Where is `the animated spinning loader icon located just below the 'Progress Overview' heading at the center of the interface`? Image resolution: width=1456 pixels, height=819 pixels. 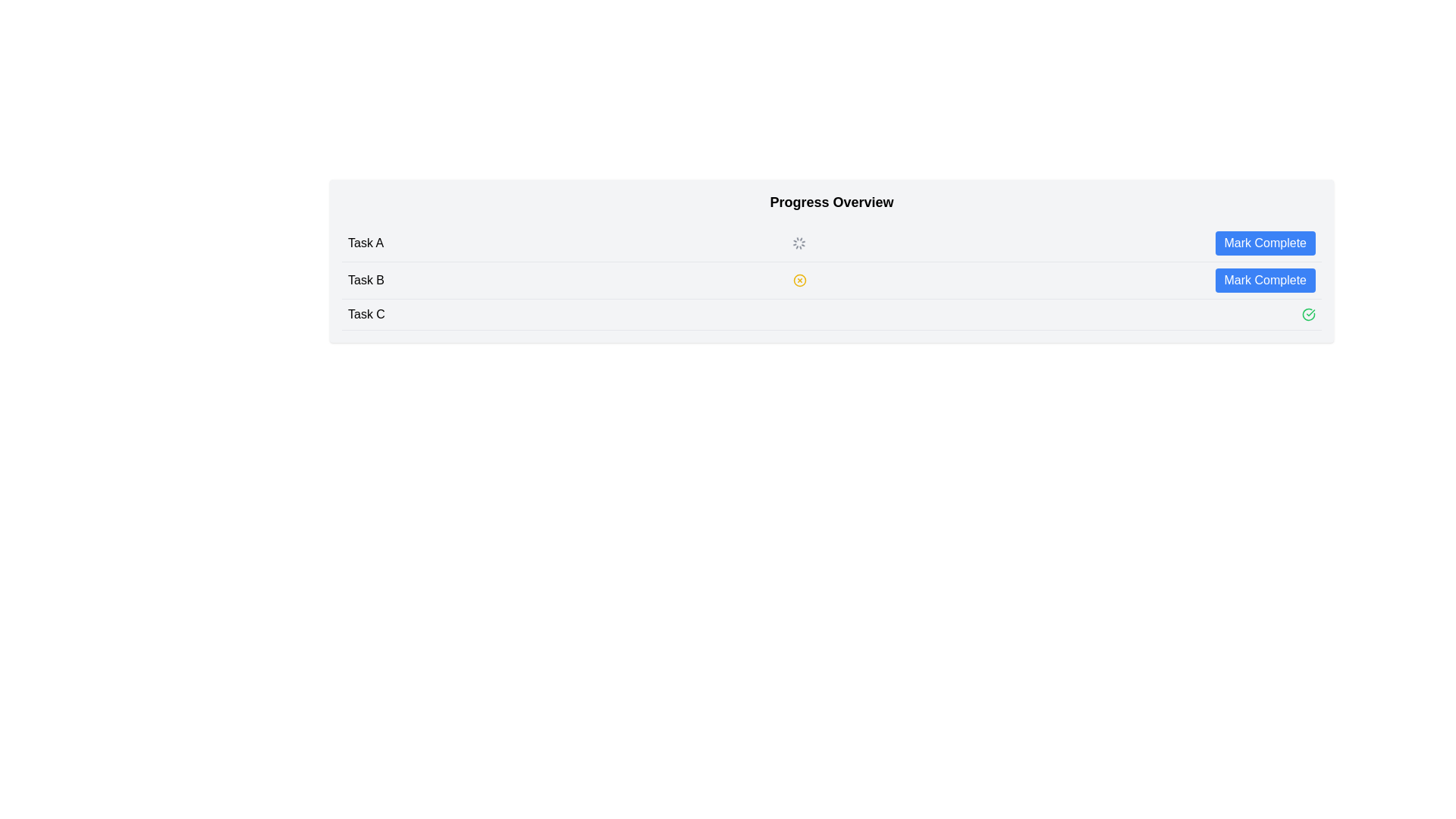 the animated spinning loader icon located just below the 'Progress Overview' heading at the center of the interface is located at coordinates (799, 242).